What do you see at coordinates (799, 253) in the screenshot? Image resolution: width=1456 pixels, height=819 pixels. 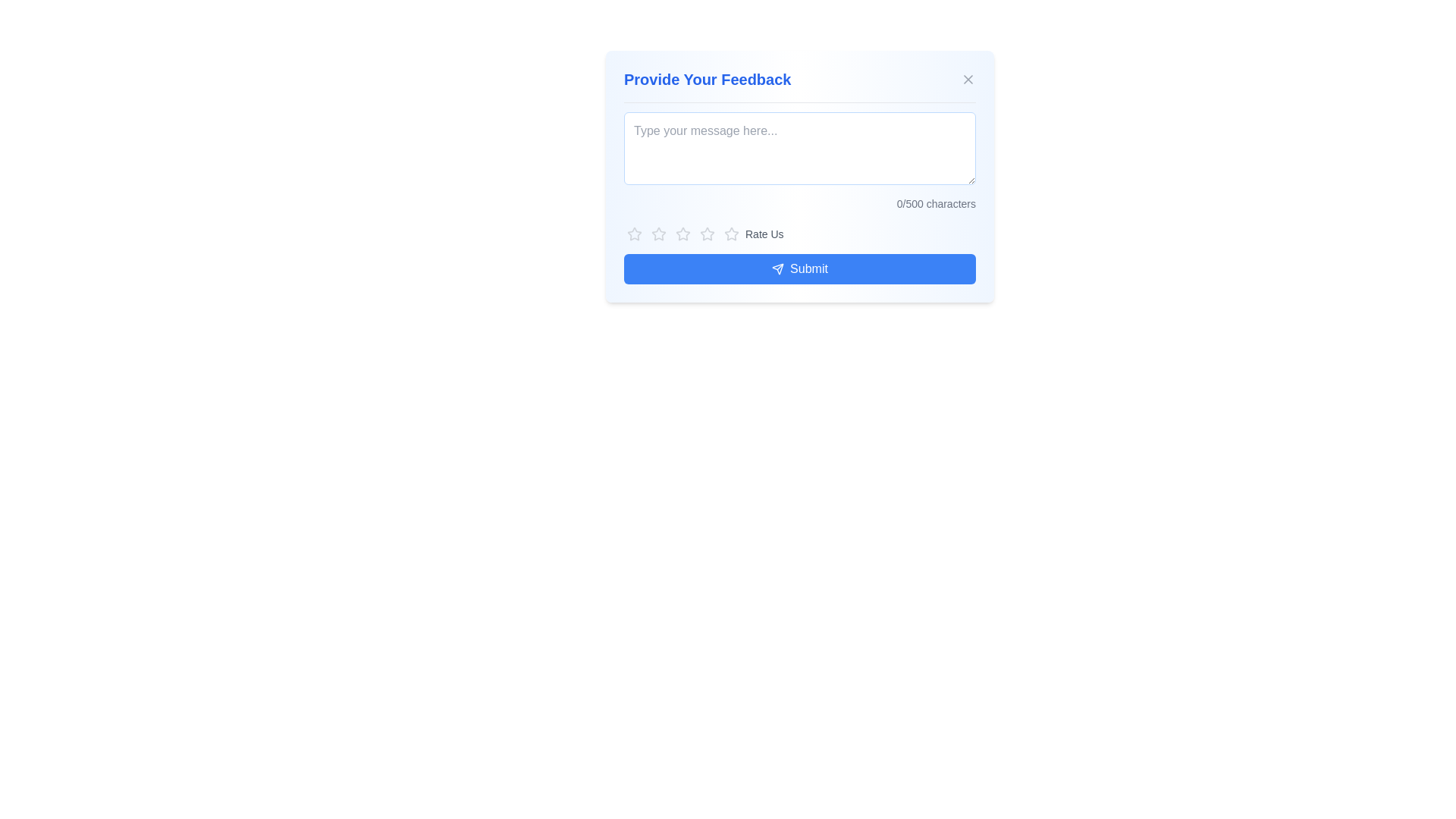 I see `the 'Submit' button located in the 'Provide Your Feedback' section of the Rating component to send the feedback` at bounding box center [799, 253].